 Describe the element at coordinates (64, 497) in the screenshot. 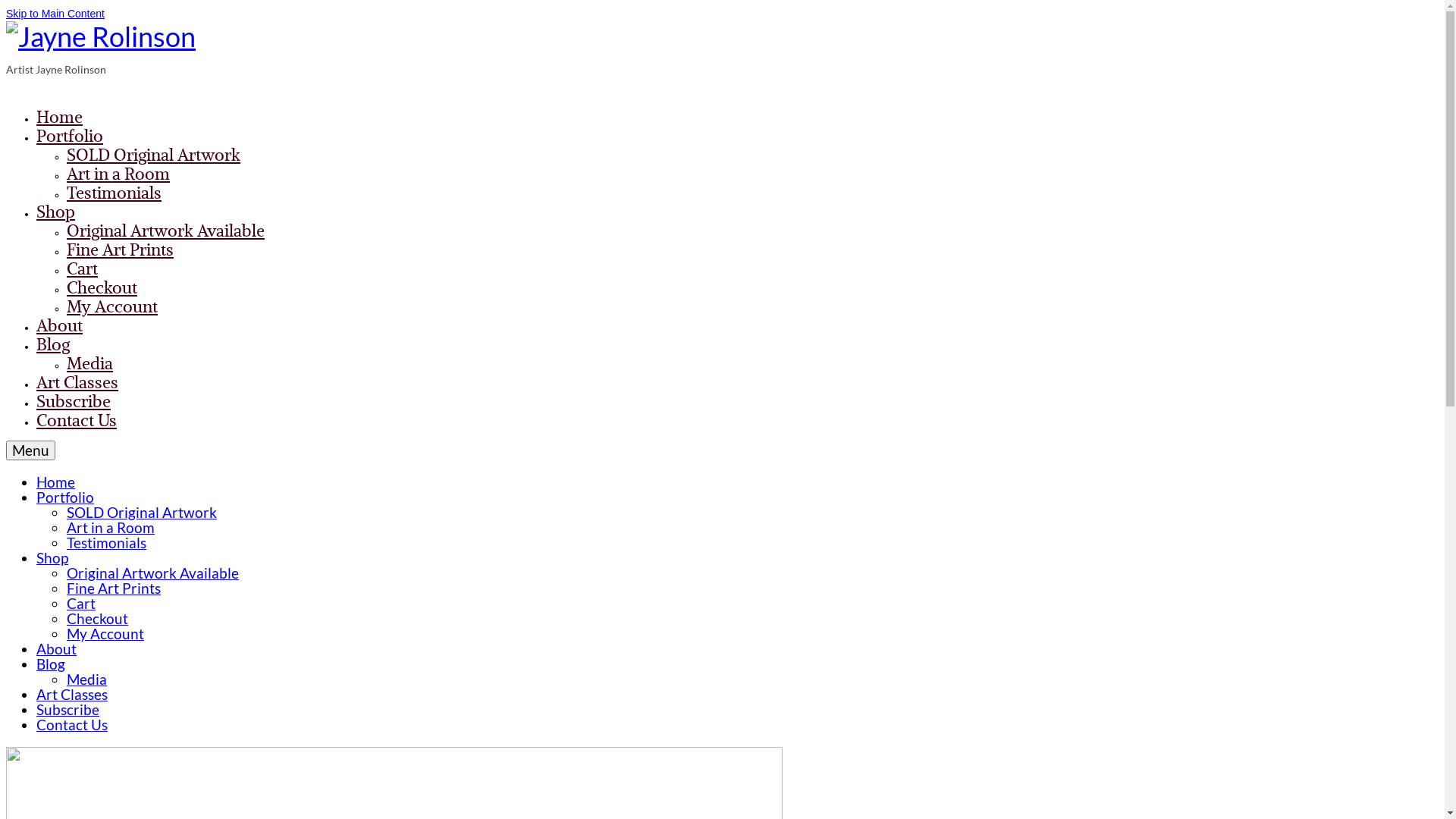

I see `'Portfolio'` at that location.